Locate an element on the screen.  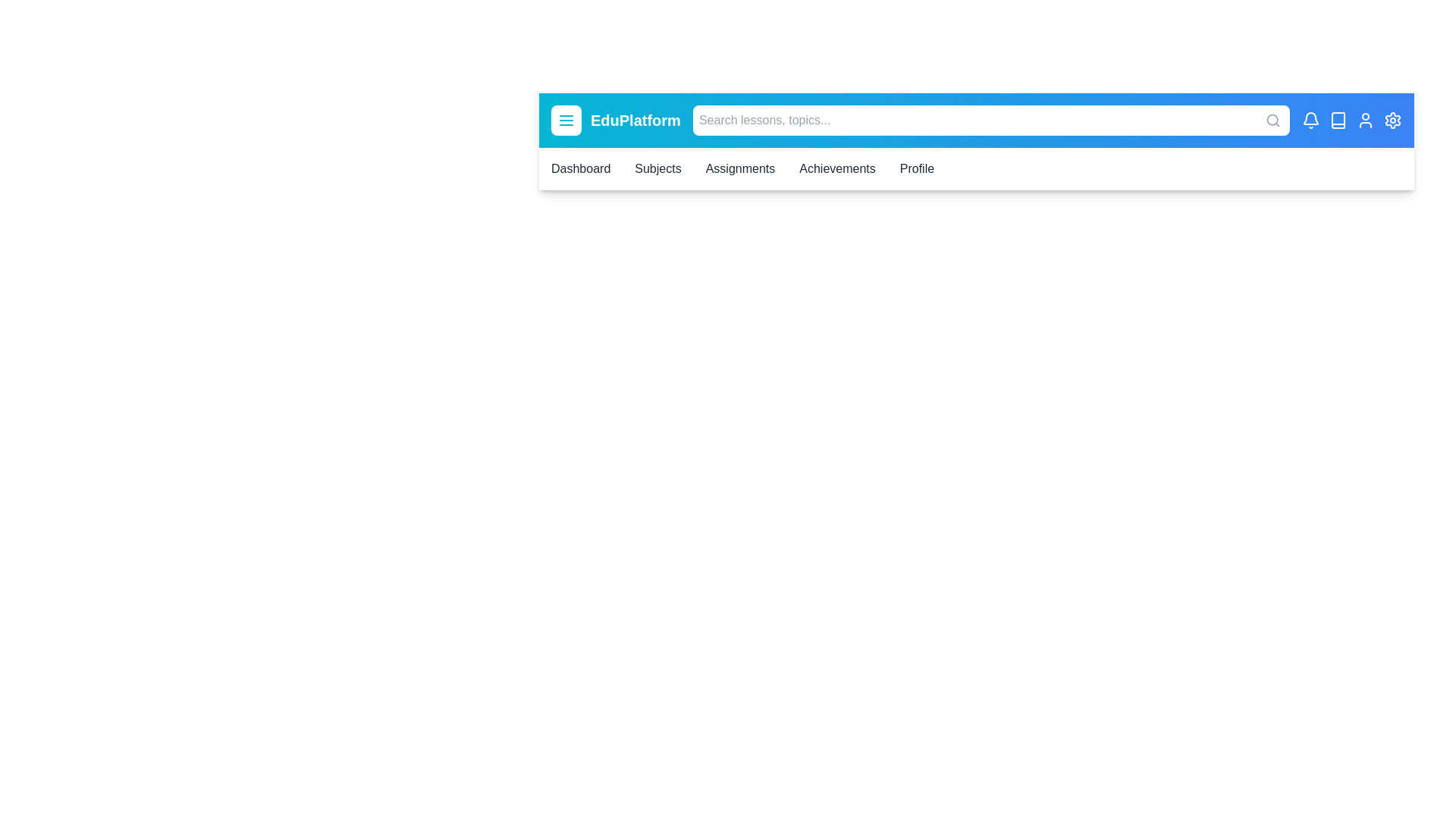
the notification icon to interact with it is located at coordinates (1310, 119).